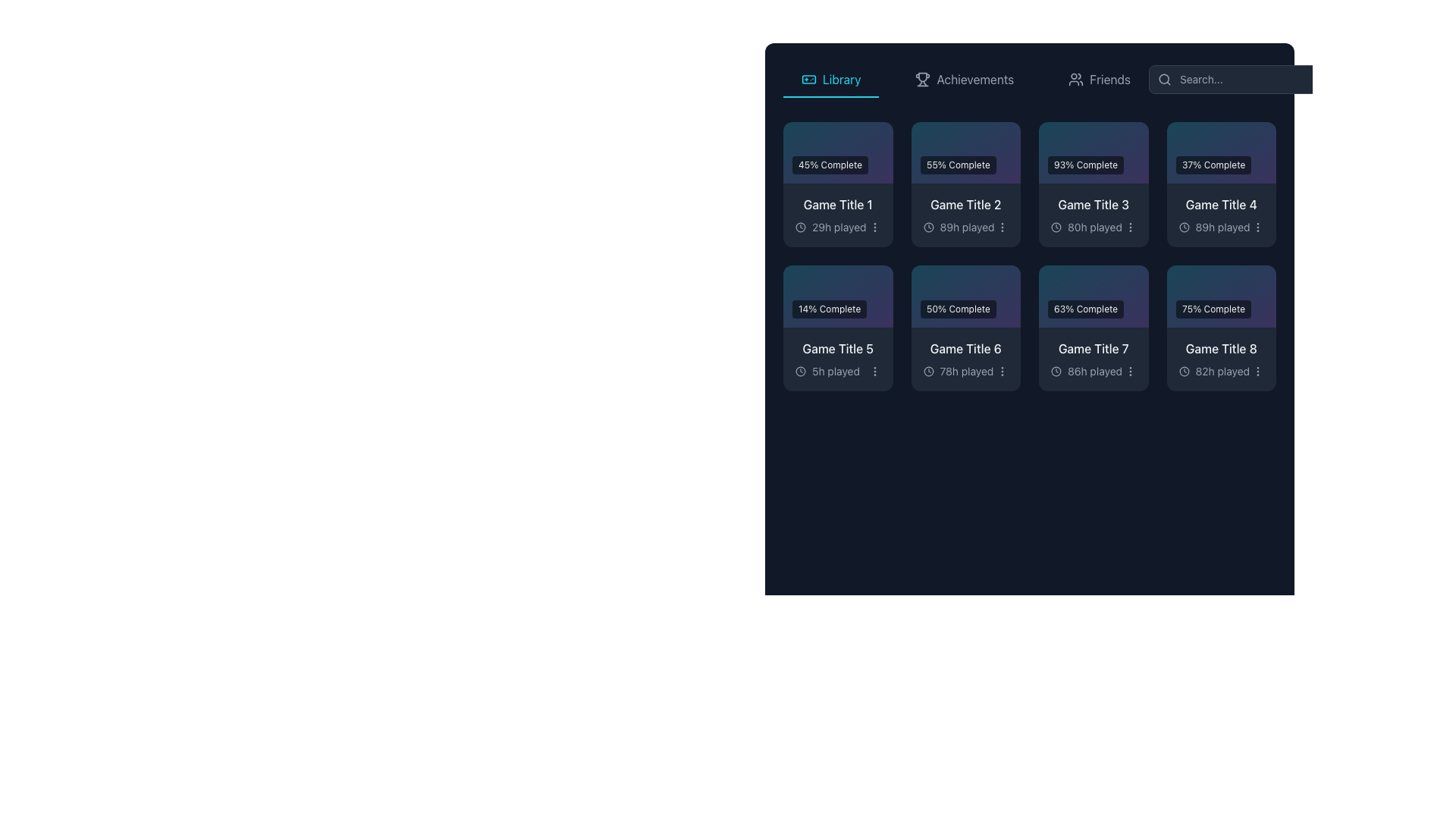 The height and width of the screenshot is (819, 1456). Describe the element at coordinates (1221, 205) in the screenshot. I see `the text label displaying 'Game Title 4', which is styled in white font and positioned on a dark background, located within the top-right game card under the '37% Complete' label and above the '89h played' text` at that location.